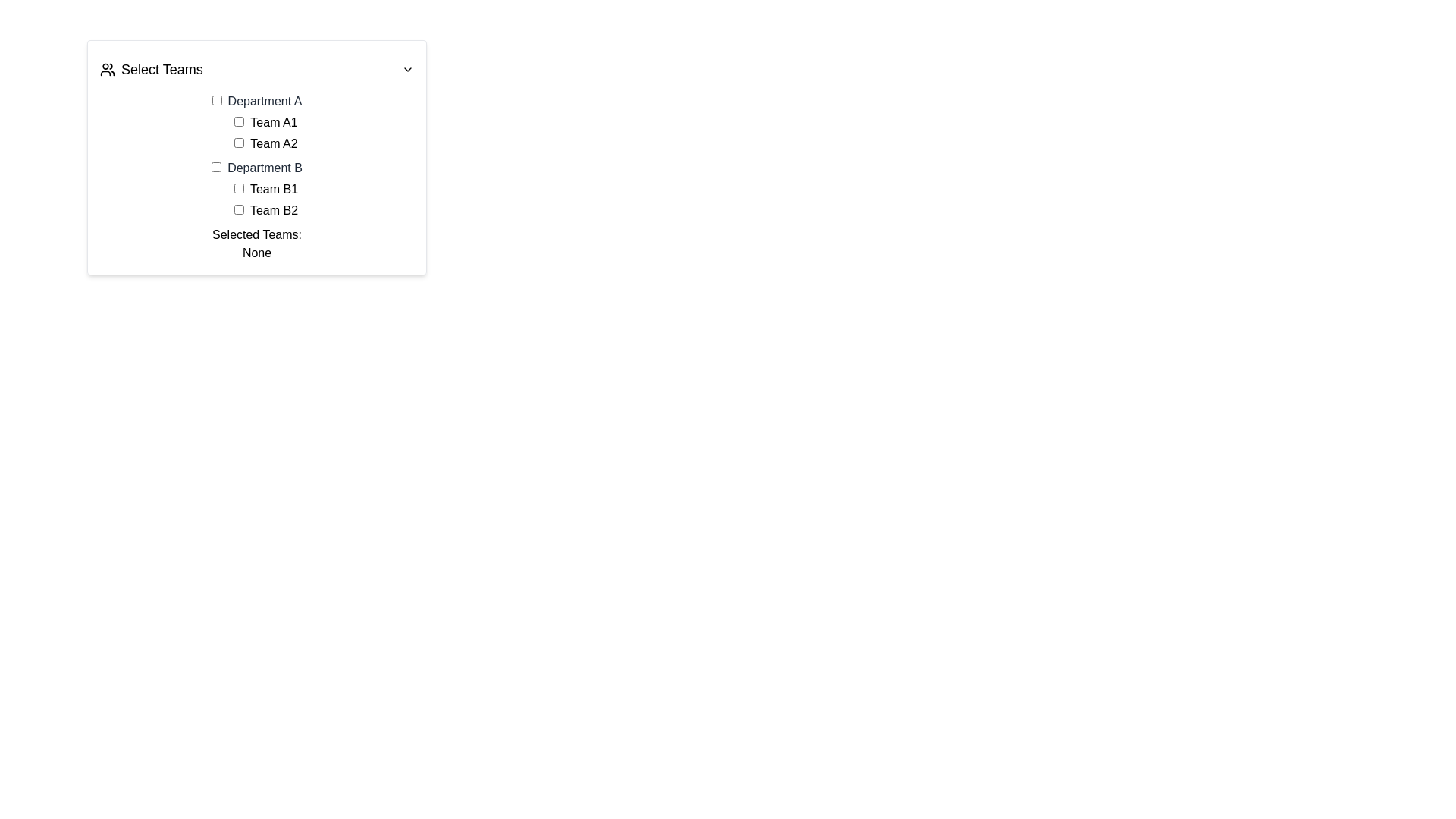  I want to click on the 'Department A' text label, which serves as a label for the checkbox representing the first department in the 'Select Teams' dropdown, so click(257, 102).